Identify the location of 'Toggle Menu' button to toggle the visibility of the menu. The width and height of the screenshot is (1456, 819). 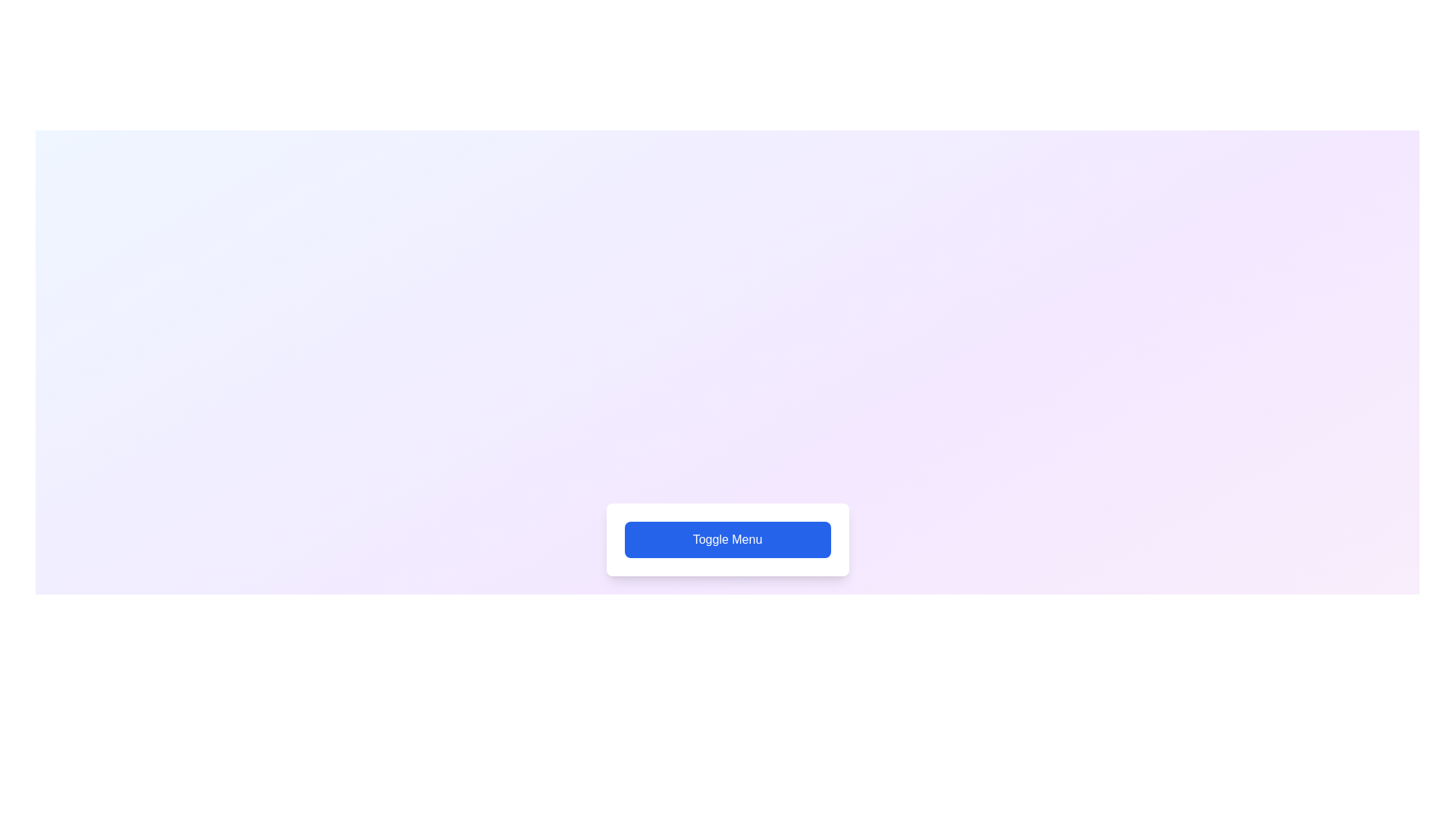
(726, 539).